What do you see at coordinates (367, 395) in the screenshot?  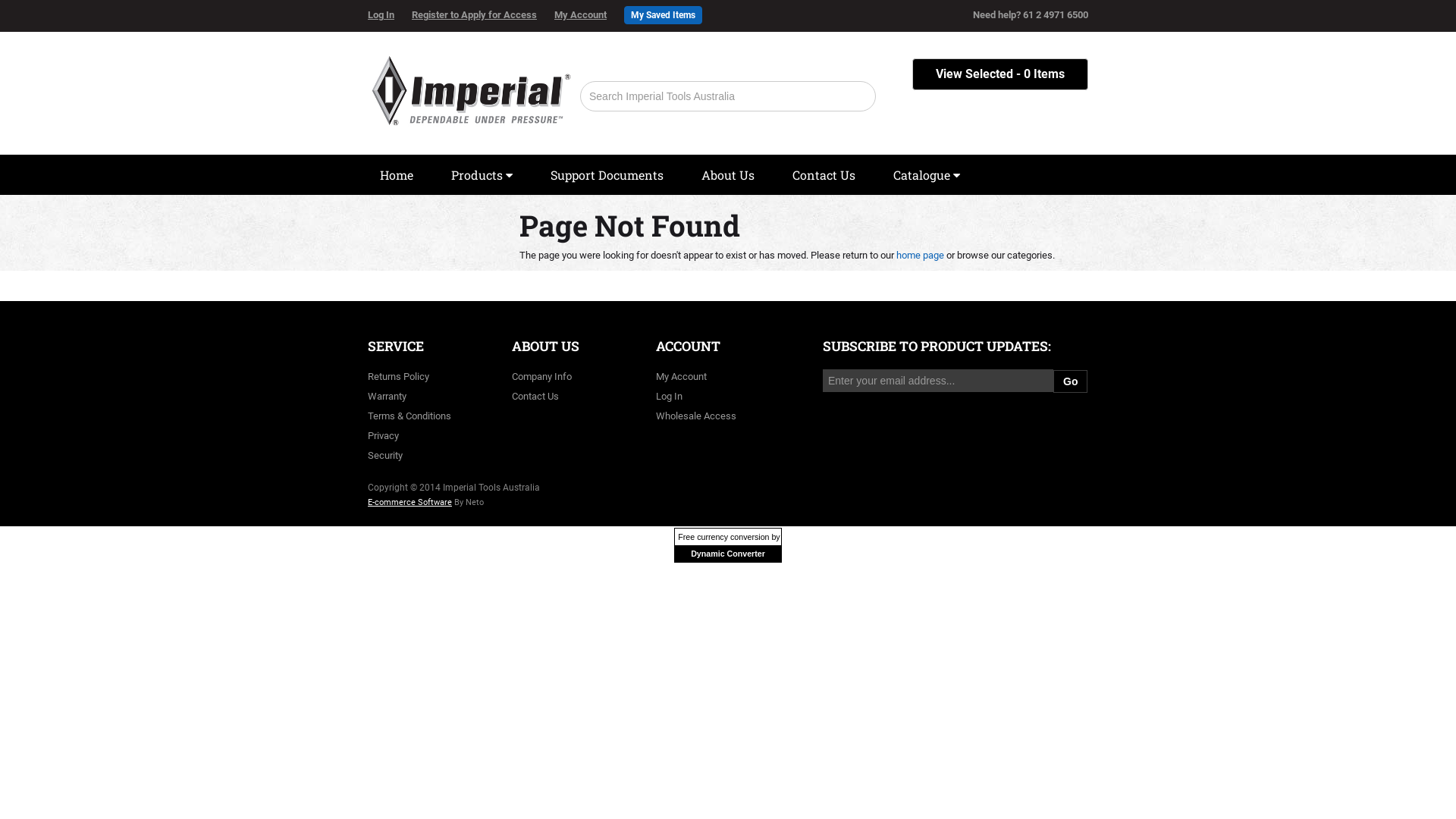 I see `'Warranty'` at bounding box center [367, 395].